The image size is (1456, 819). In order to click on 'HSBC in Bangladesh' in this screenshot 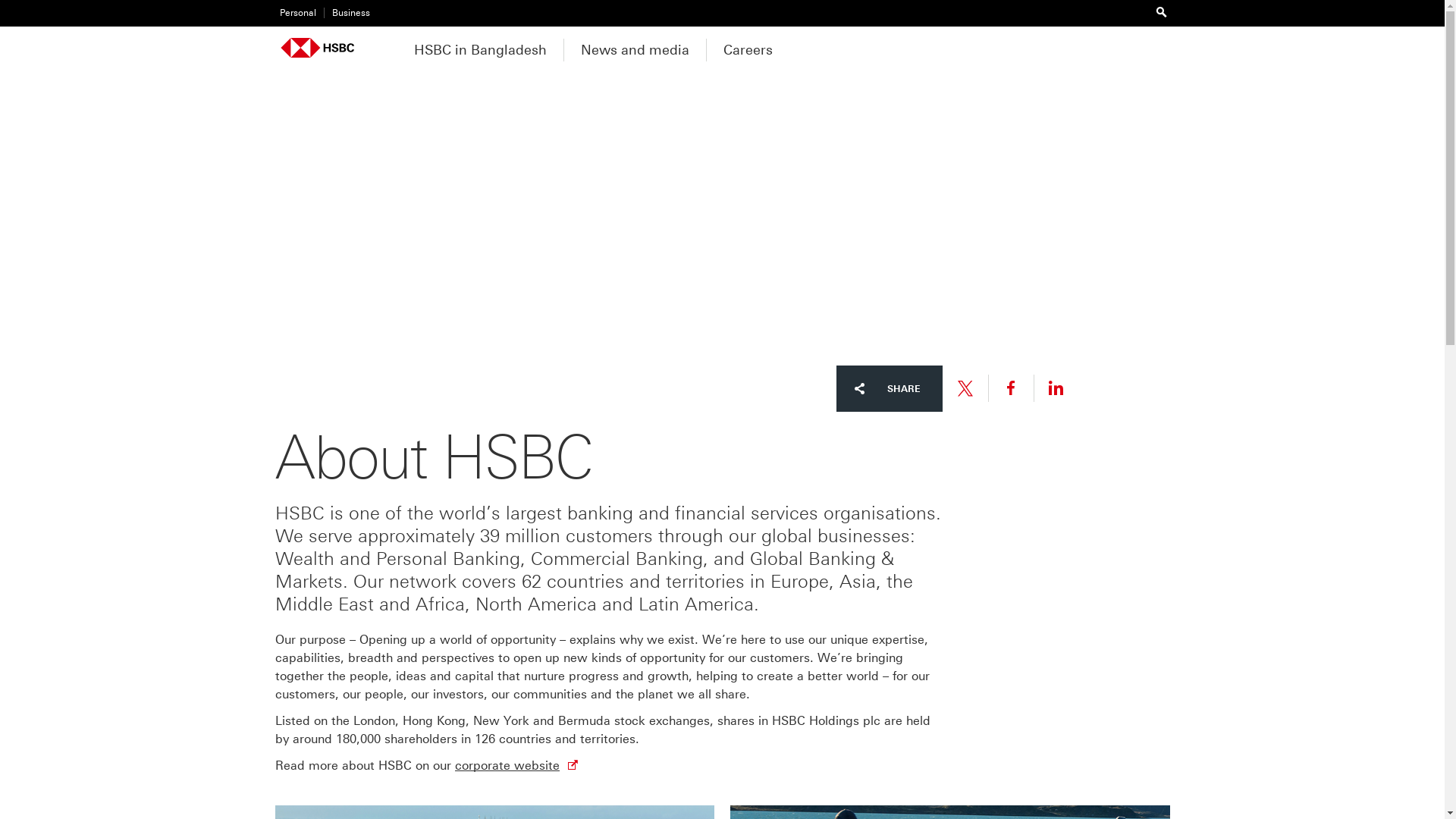, I will do `click(396, 46)`.